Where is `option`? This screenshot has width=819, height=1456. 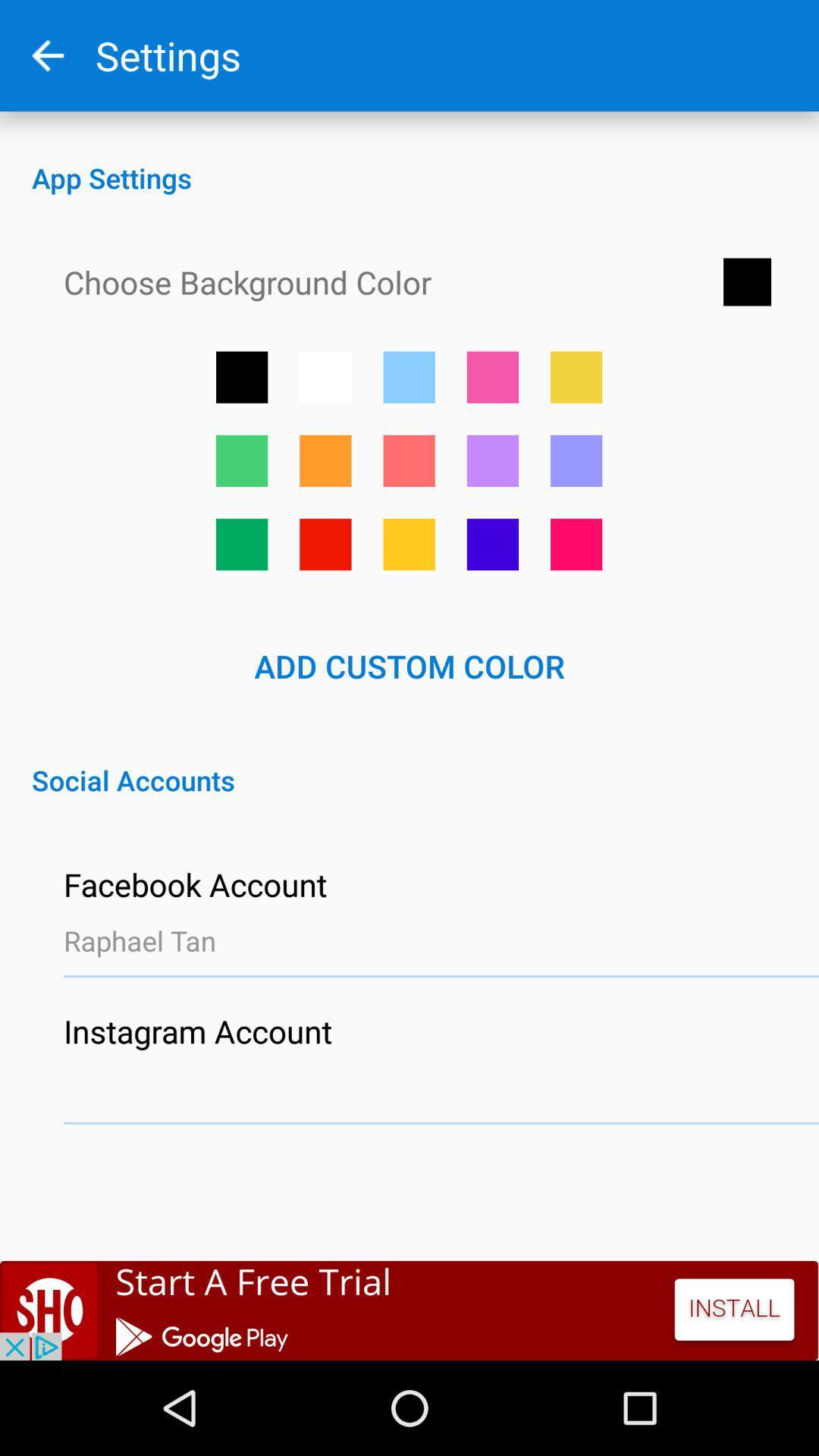 option is located at coordinates (325, 544).